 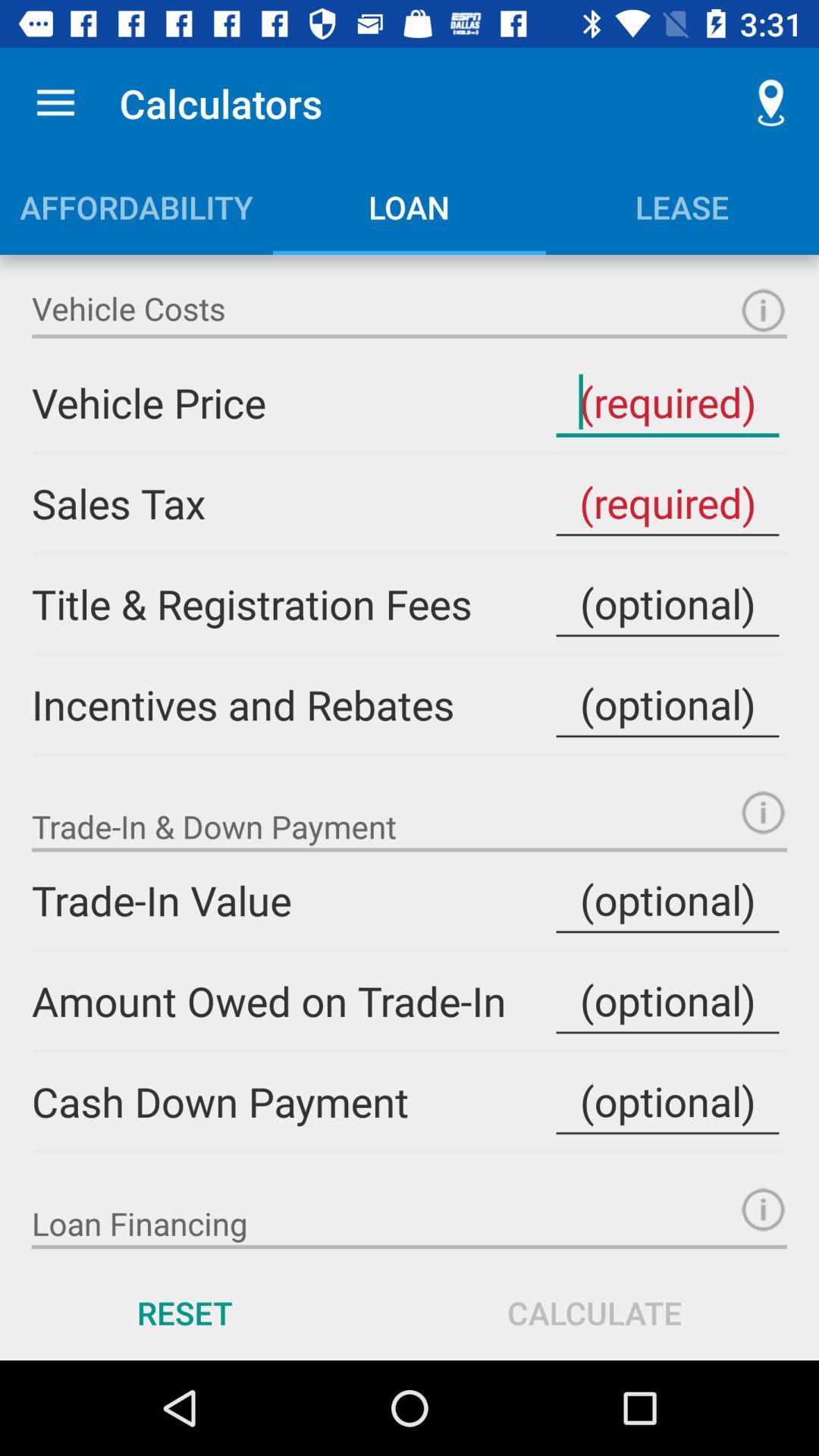 I want to click on more info, so click(x=763, y=309).